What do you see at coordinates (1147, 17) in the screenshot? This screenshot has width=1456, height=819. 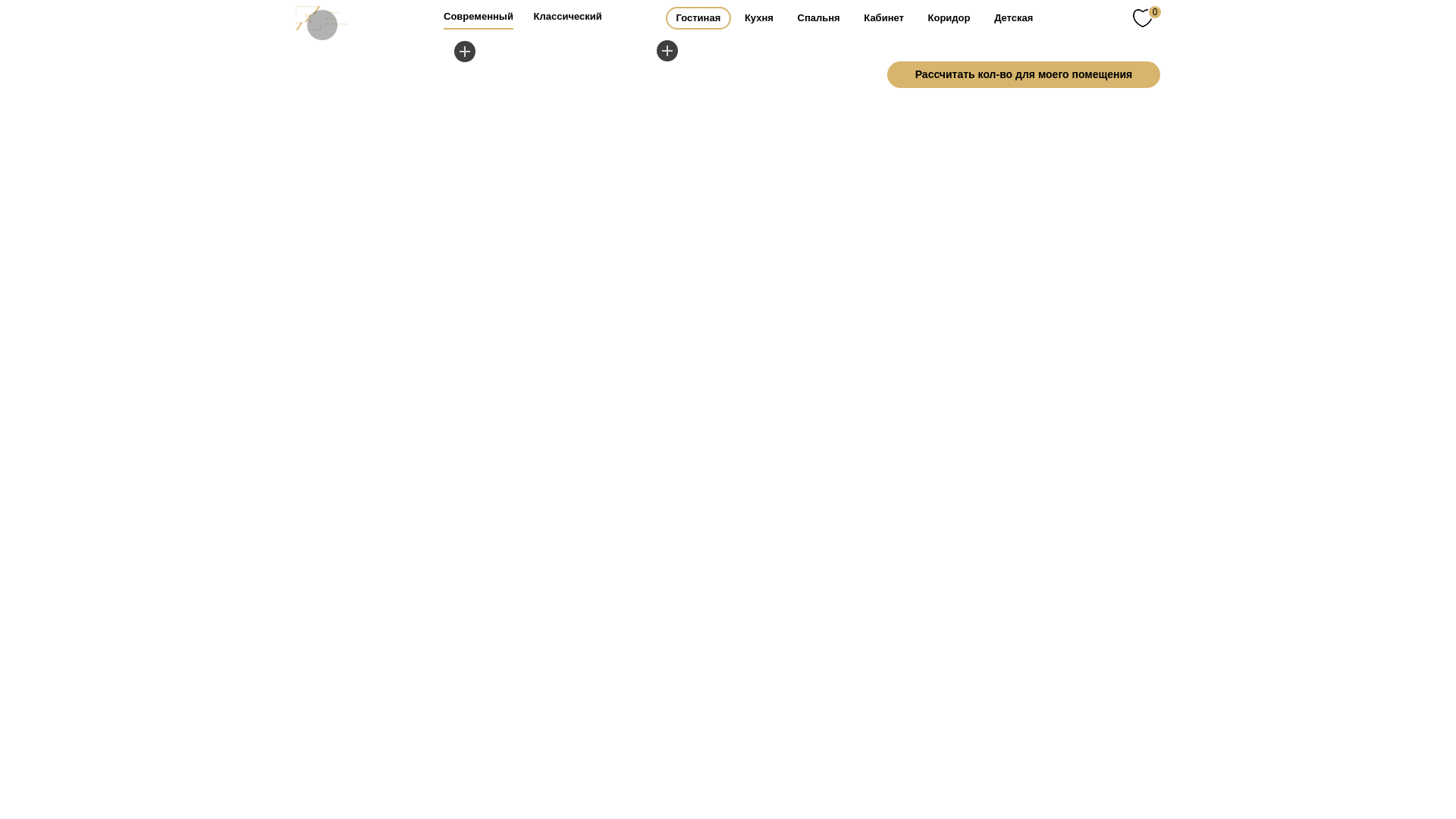 I see `'0'` at bounding box center [1147, 17].